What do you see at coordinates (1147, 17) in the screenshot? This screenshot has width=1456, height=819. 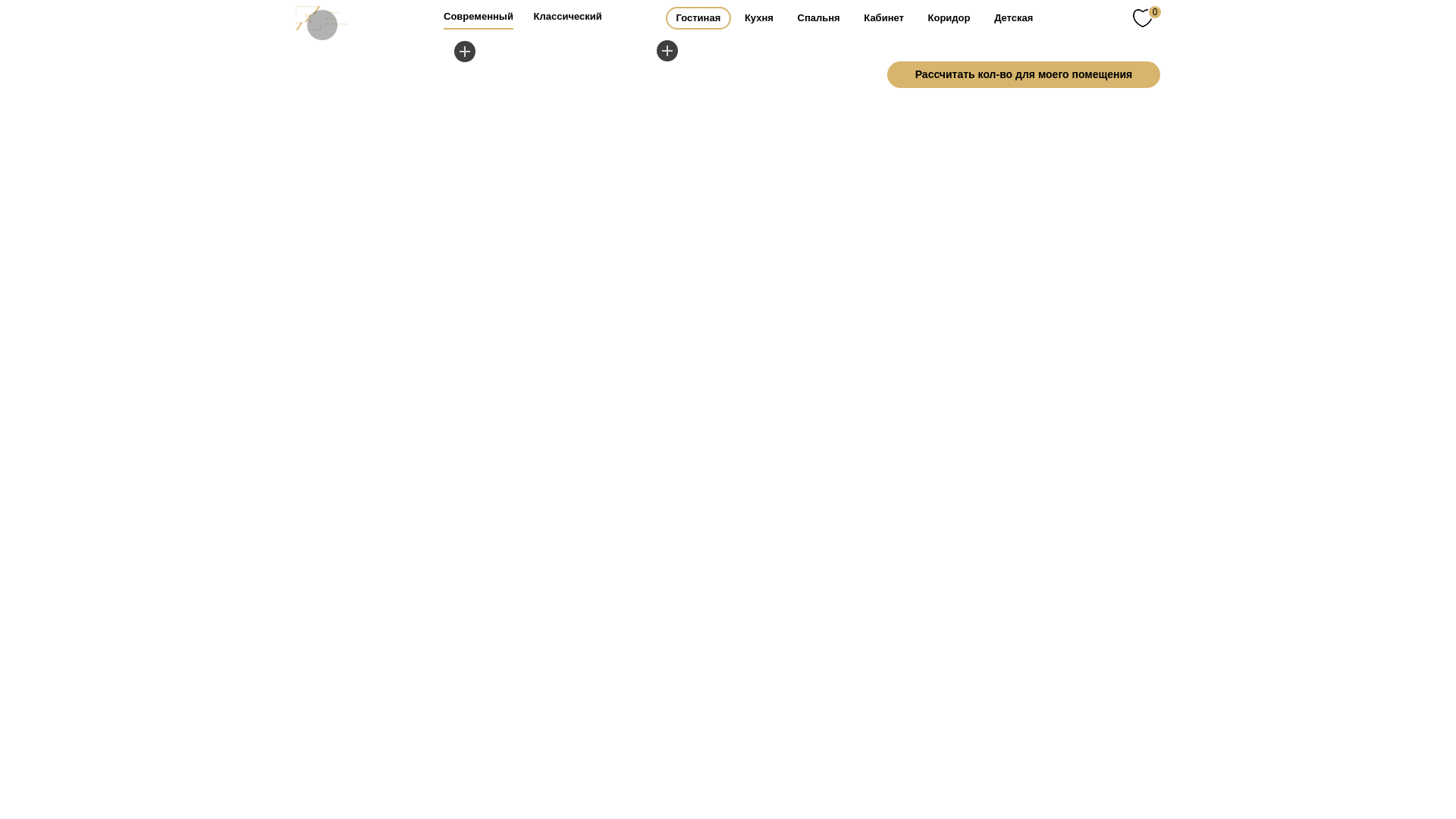 I see `'0'` at bounding box center [1147, 17].